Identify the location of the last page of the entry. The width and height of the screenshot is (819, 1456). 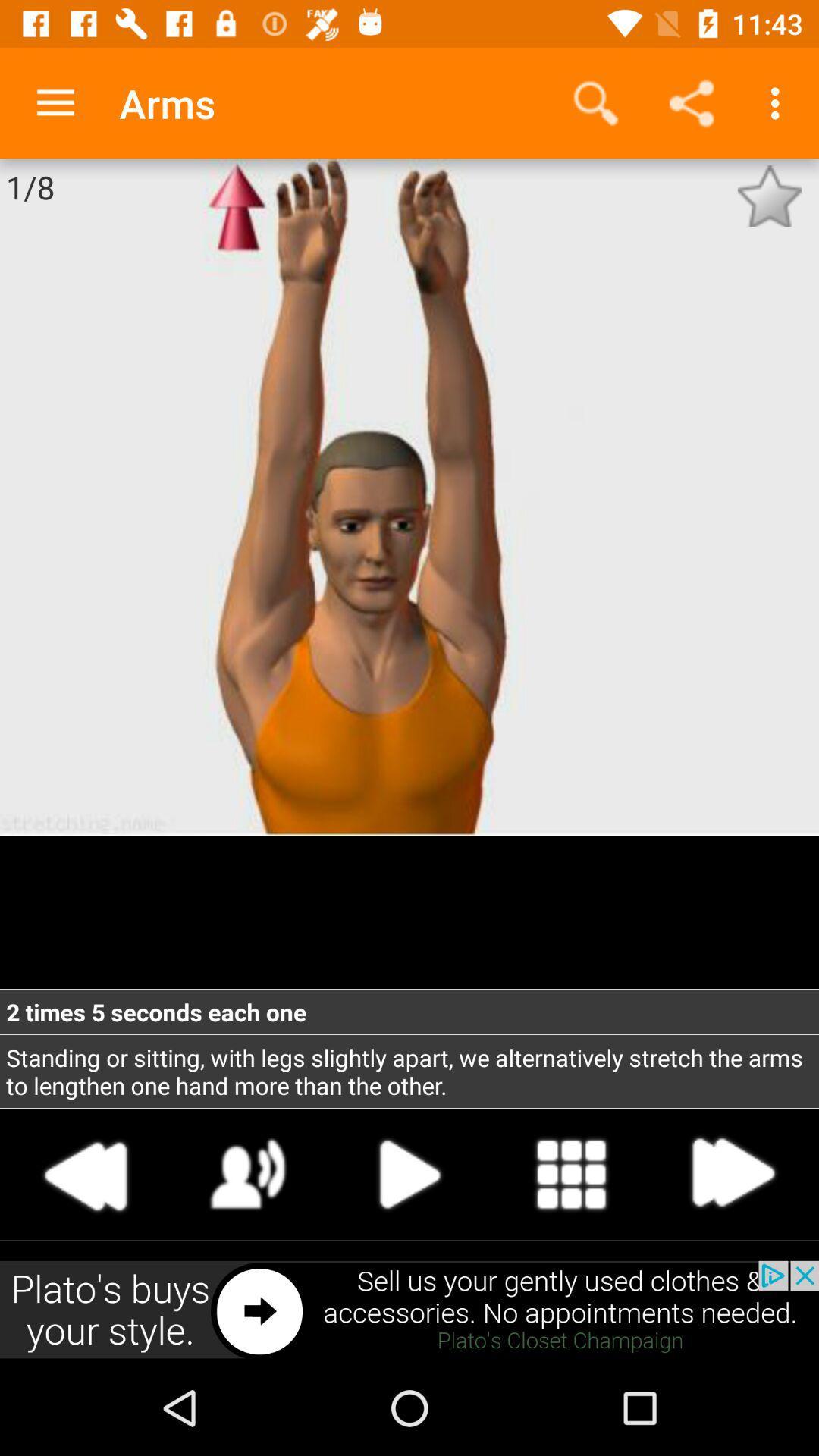
(731, 1173).